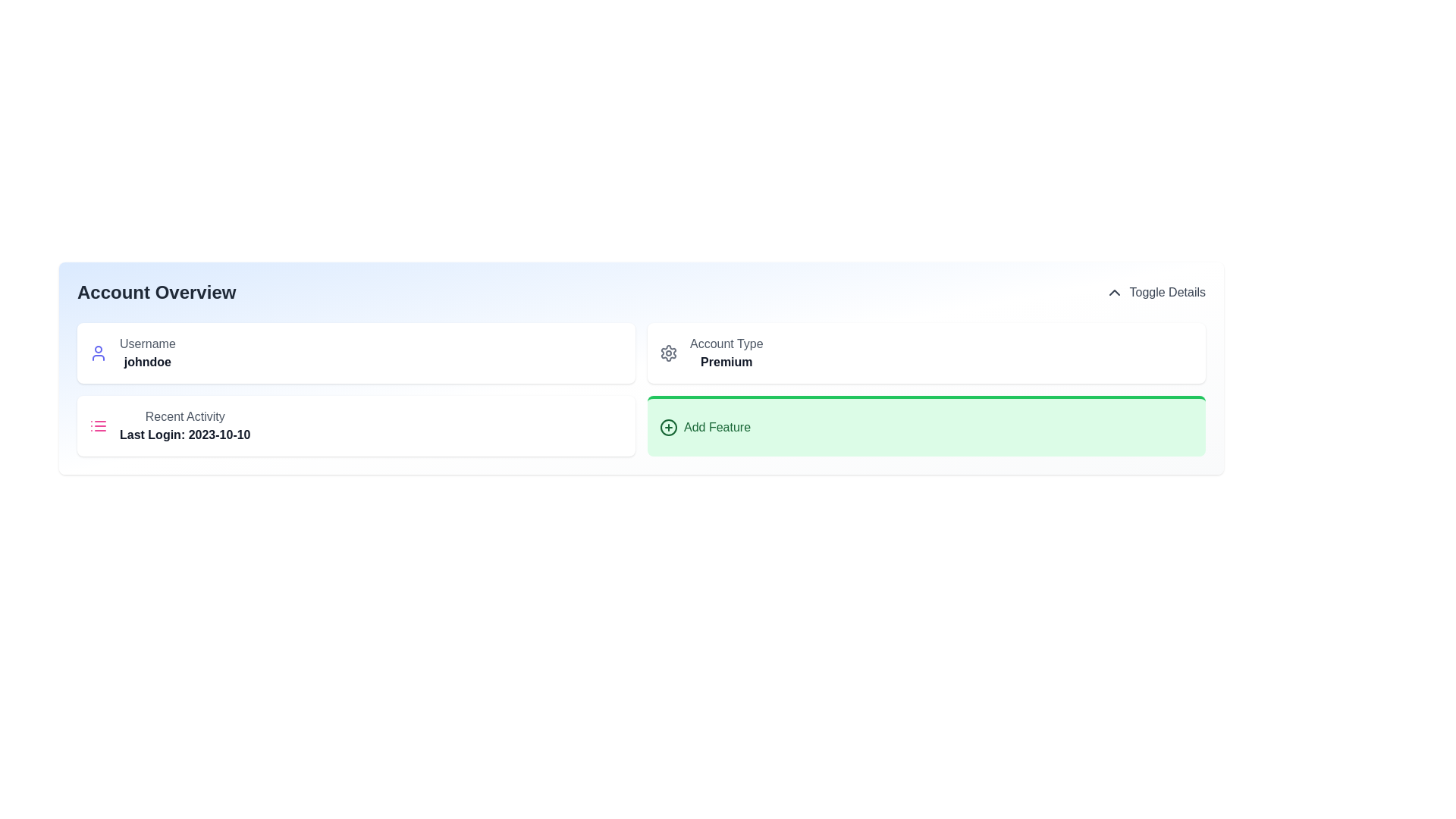 The image size is (1456, 819). What do you see at coordinates (1114, 292) in the screenshot?
I see `the chevron icon located to the right of the 'Toggle Details' text in the upper-right section of the user interface` at bounding box center [1114, 292].